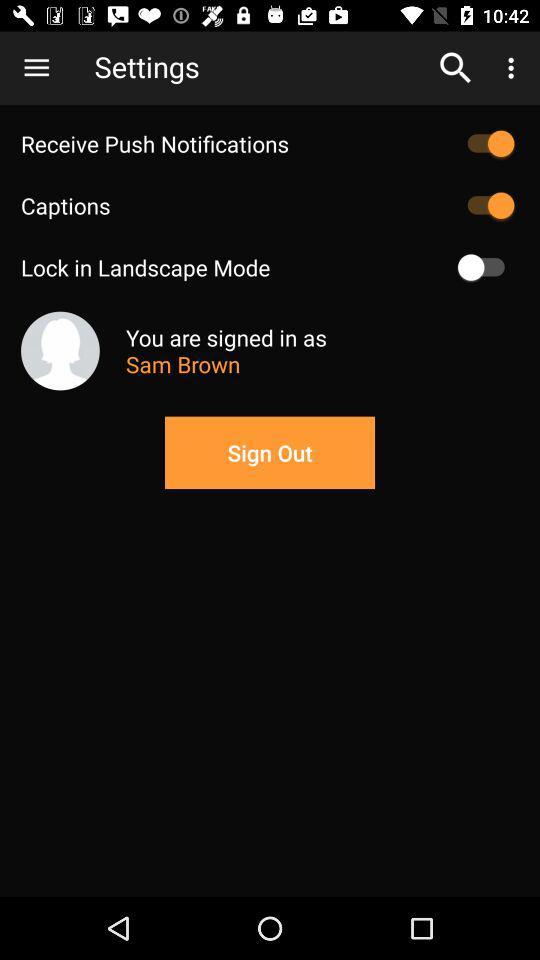  I want to click on sign out button on the page, so click(270, 453).